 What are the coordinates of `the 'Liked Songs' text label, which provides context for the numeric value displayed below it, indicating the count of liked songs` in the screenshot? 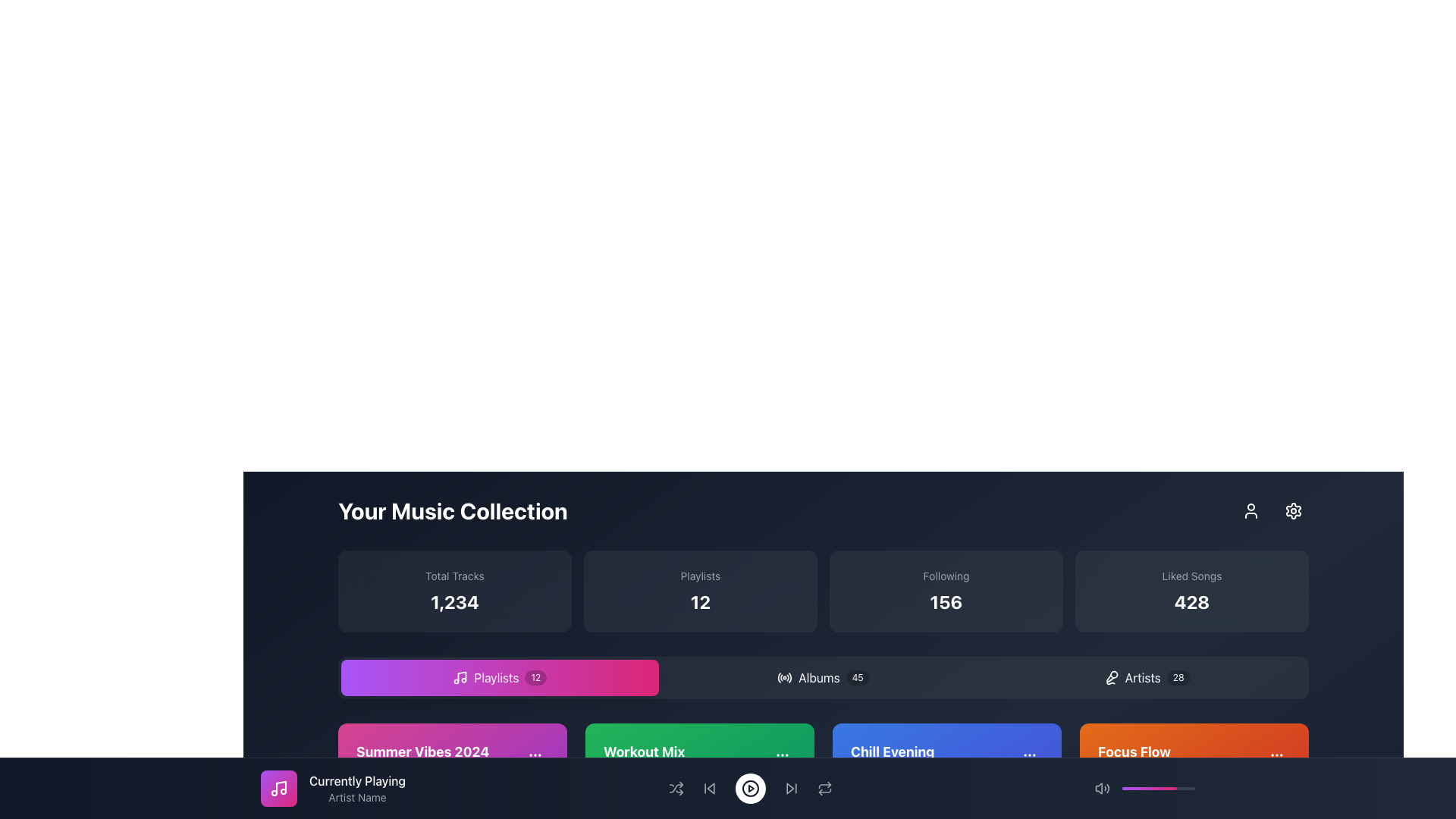 It's located at (1191, 576).